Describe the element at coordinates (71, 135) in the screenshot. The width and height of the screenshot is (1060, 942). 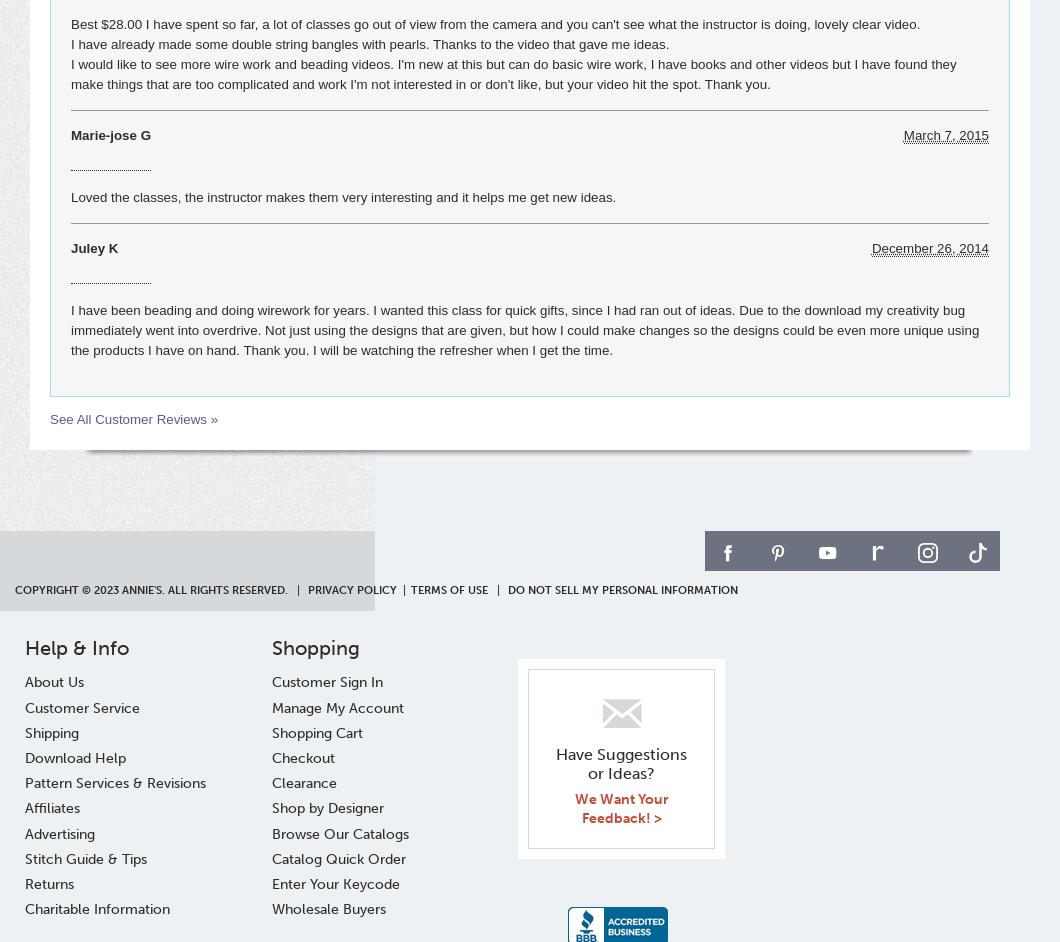
I see `'Marie-jose G'` at that location.